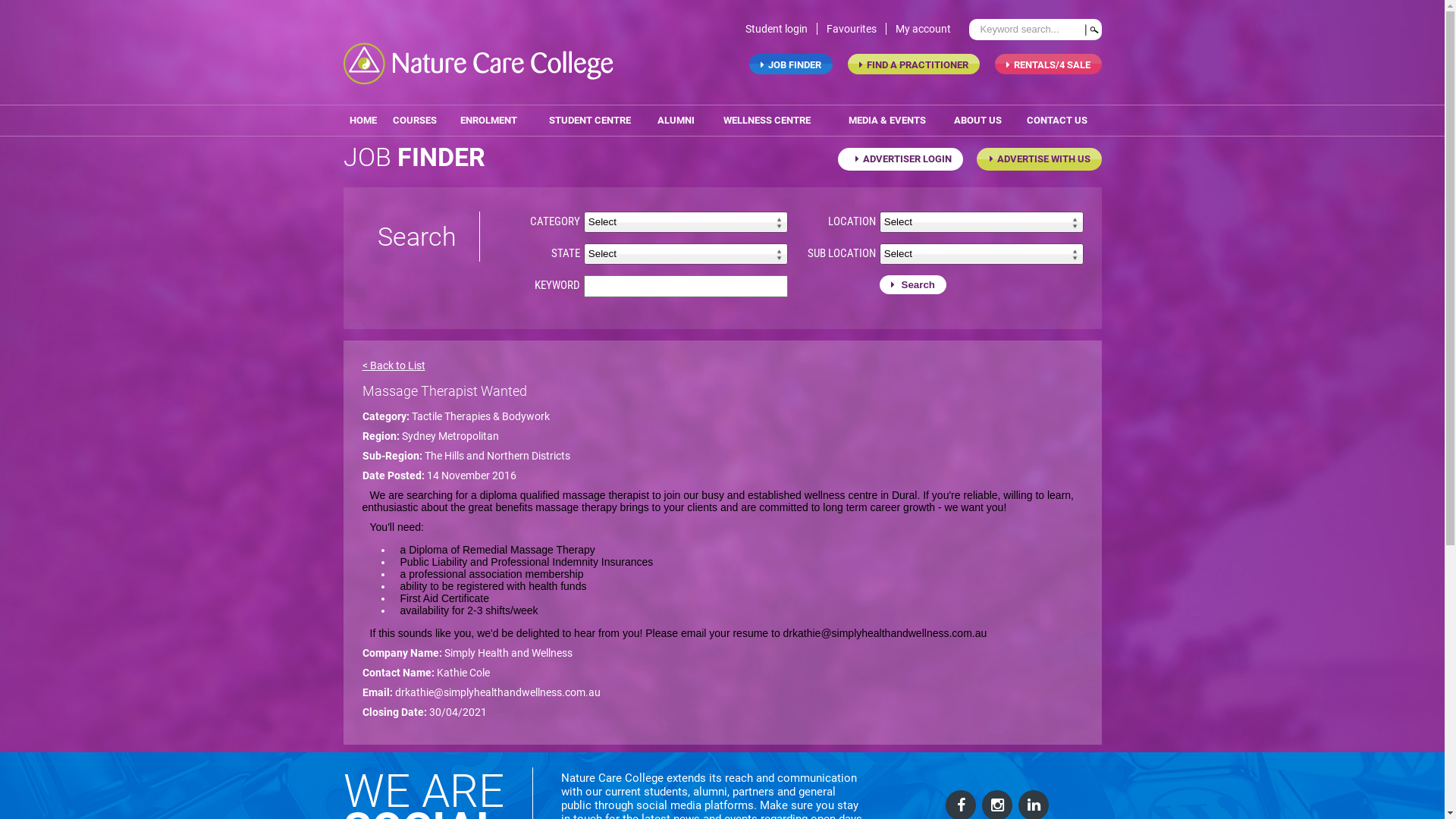 This screenshot has height=819, width=1456. Describe the element at coordinates (1056, 119) in the screenshot. I see `'CONTACT US'` at that location.